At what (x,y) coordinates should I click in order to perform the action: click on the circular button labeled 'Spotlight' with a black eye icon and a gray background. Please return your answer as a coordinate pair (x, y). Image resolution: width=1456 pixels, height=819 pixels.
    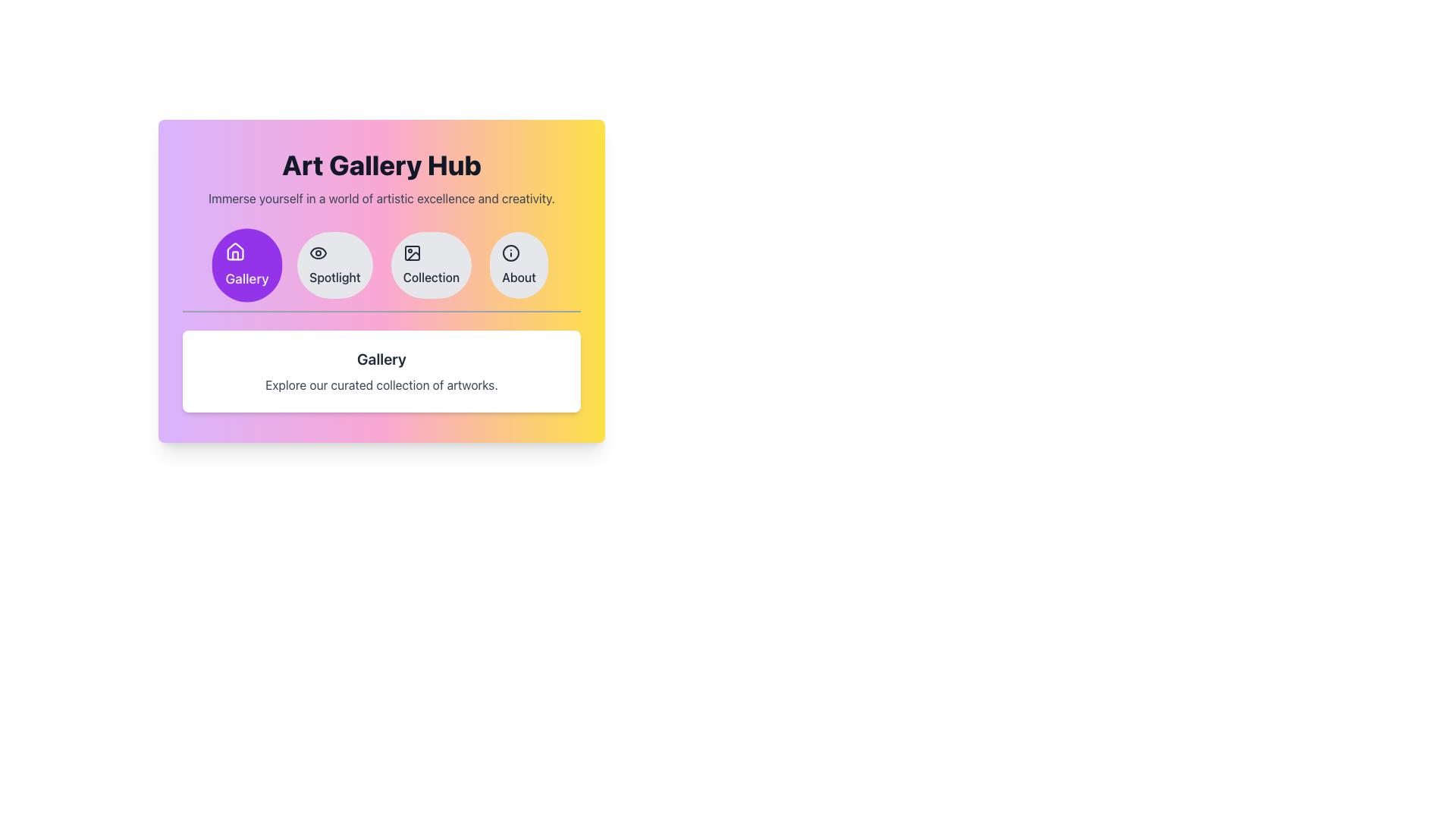
    Looking at the image, I should click on (334, 265).